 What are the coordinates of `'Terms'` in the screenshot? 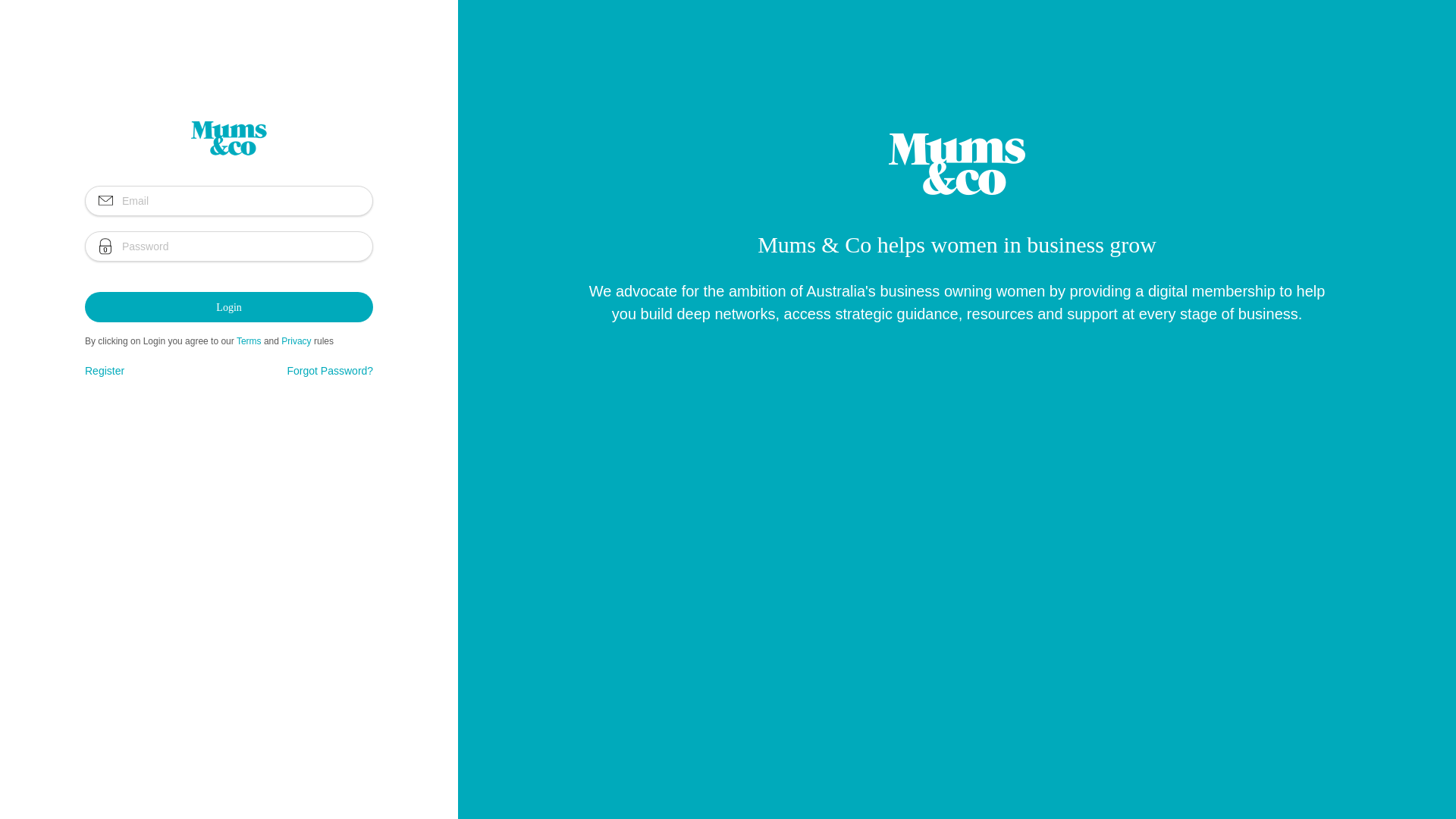 It's located at (249, 341).